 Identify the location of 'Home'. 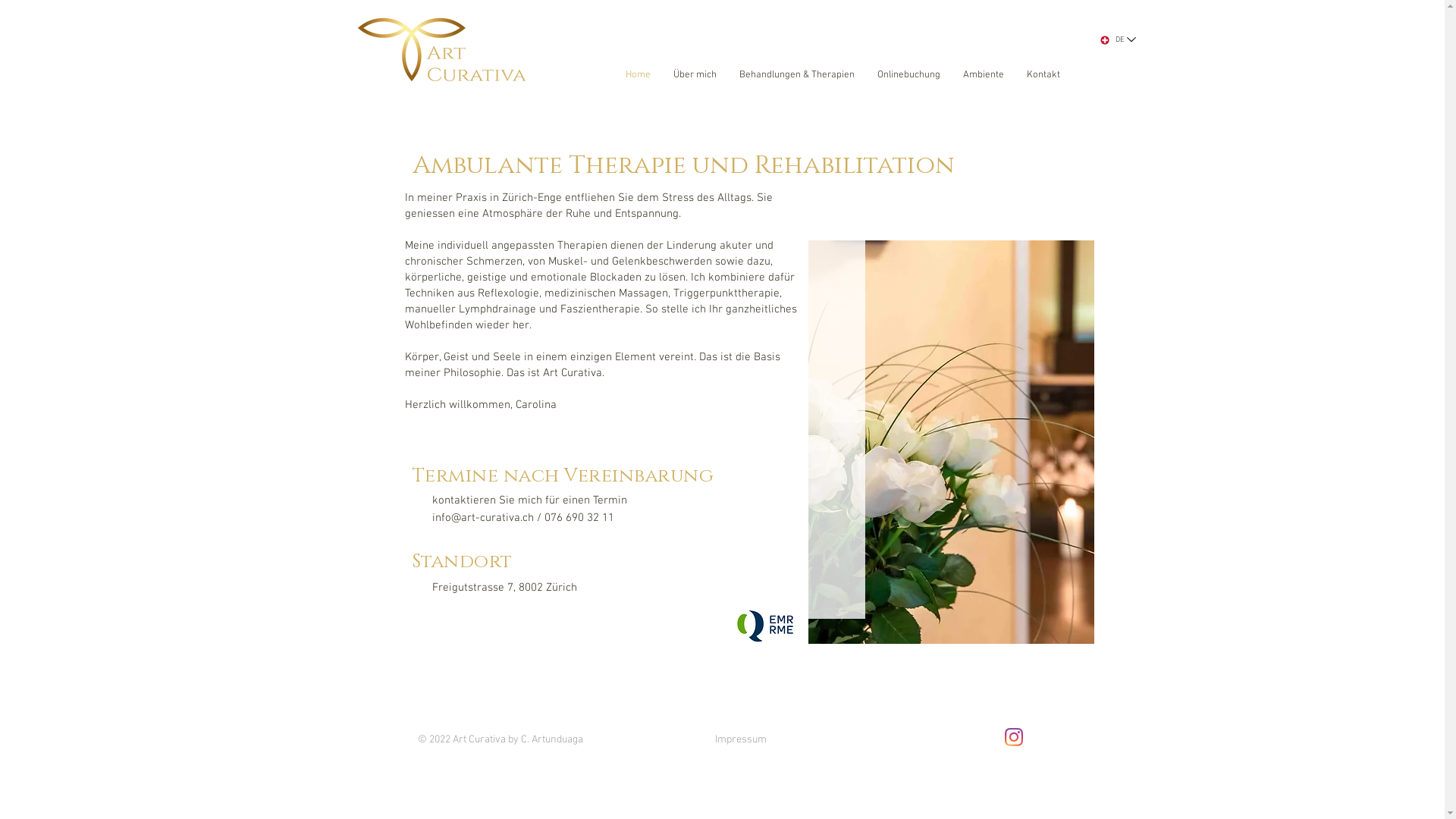
(638, 75).